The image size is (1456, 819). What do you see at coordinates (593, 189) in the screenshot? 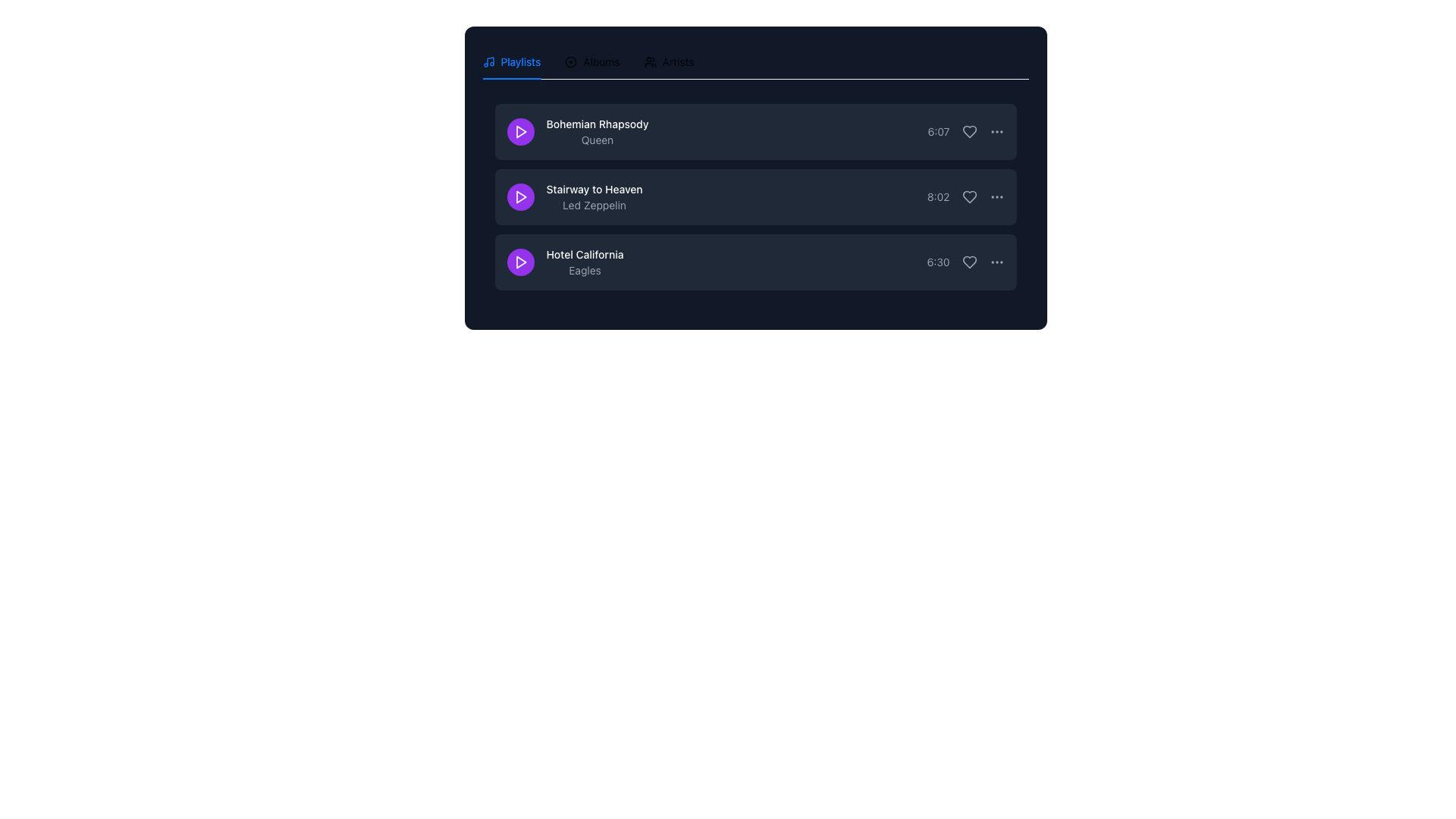
I see `title of the song displayed in the text label located in the second row of the playlist interface, above the text 'Led Zeppelin'` at bounding box center [593, 189].